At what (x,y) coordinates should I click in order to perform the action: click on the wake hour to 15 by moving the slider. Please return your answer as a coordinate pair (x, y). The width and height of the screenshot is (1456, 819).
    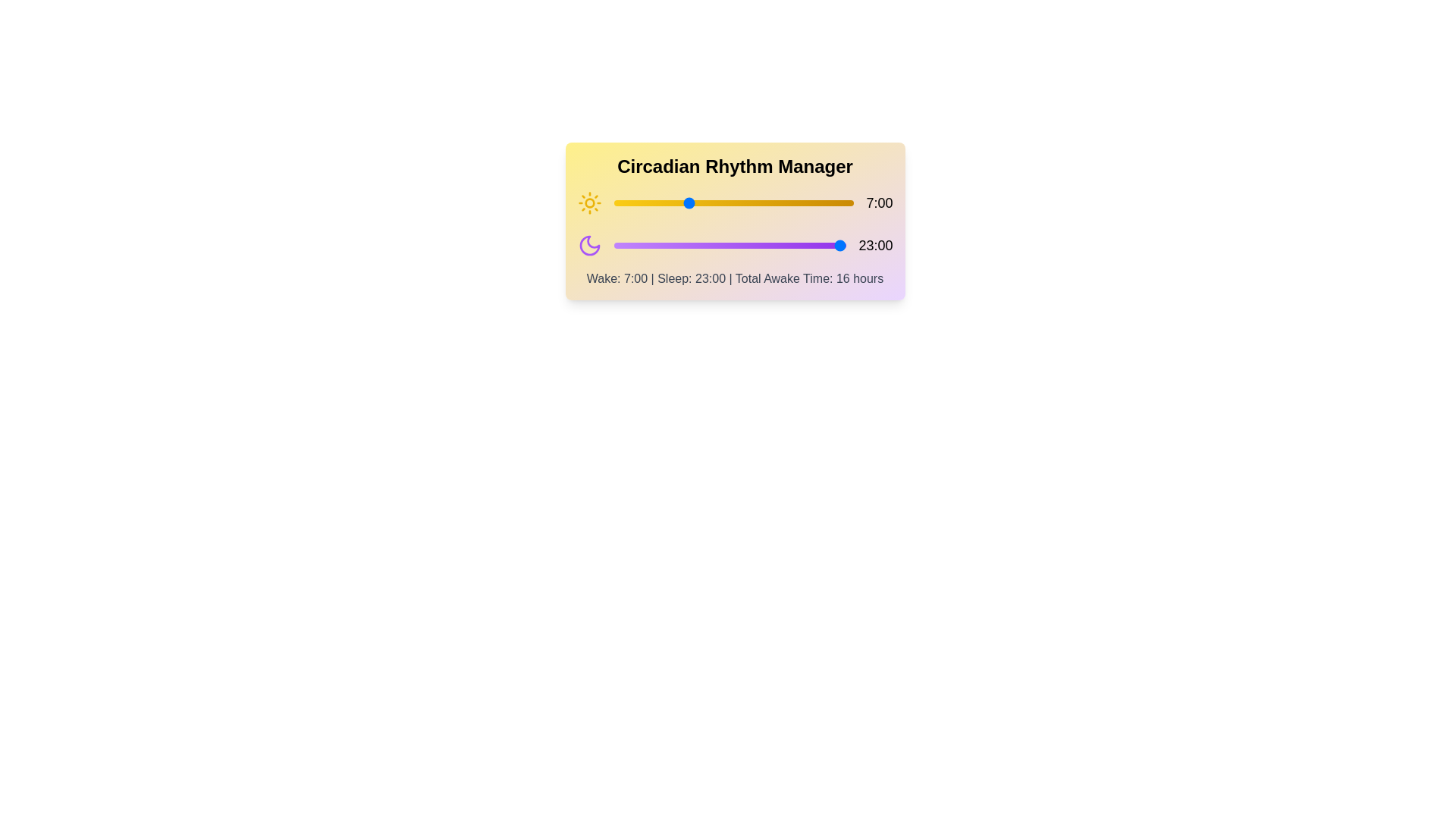
    Looking at the image, I should click on (770, 202).